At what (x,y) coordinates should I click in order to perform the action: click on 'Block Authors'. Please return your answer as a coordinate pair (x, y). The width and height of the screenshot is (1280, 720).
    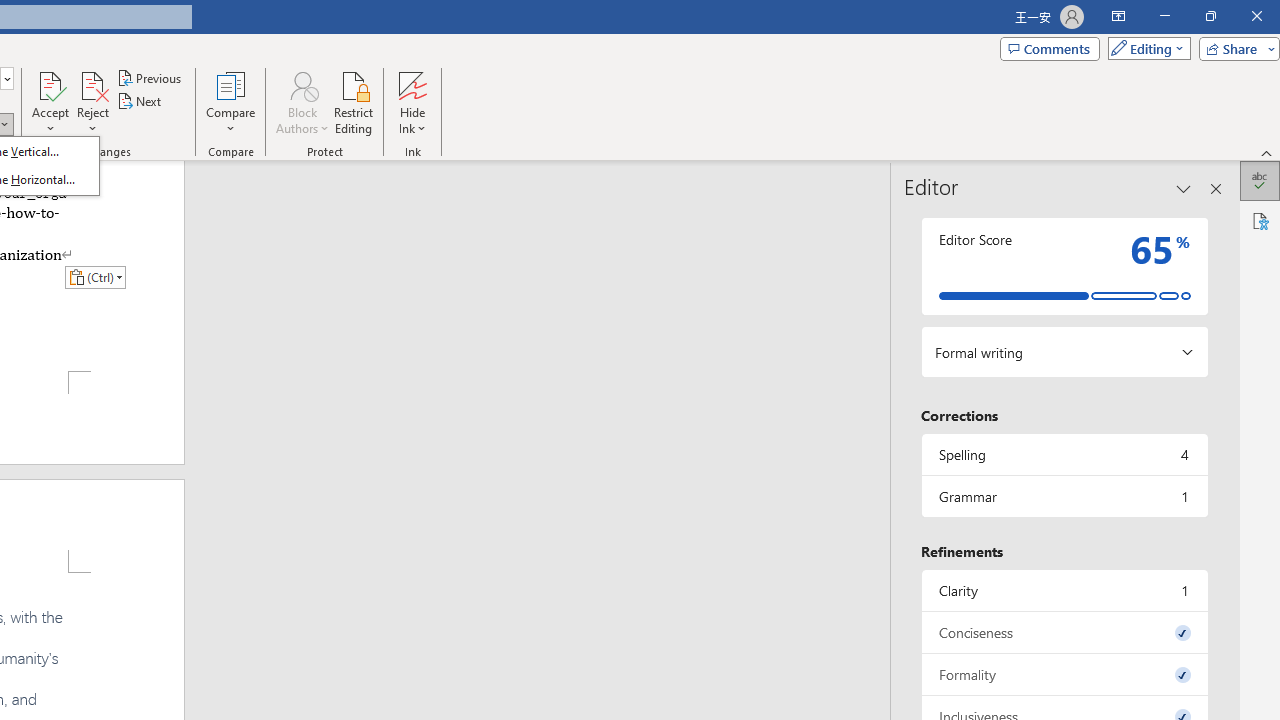
    Looking at the image, I should click on (301, 103).